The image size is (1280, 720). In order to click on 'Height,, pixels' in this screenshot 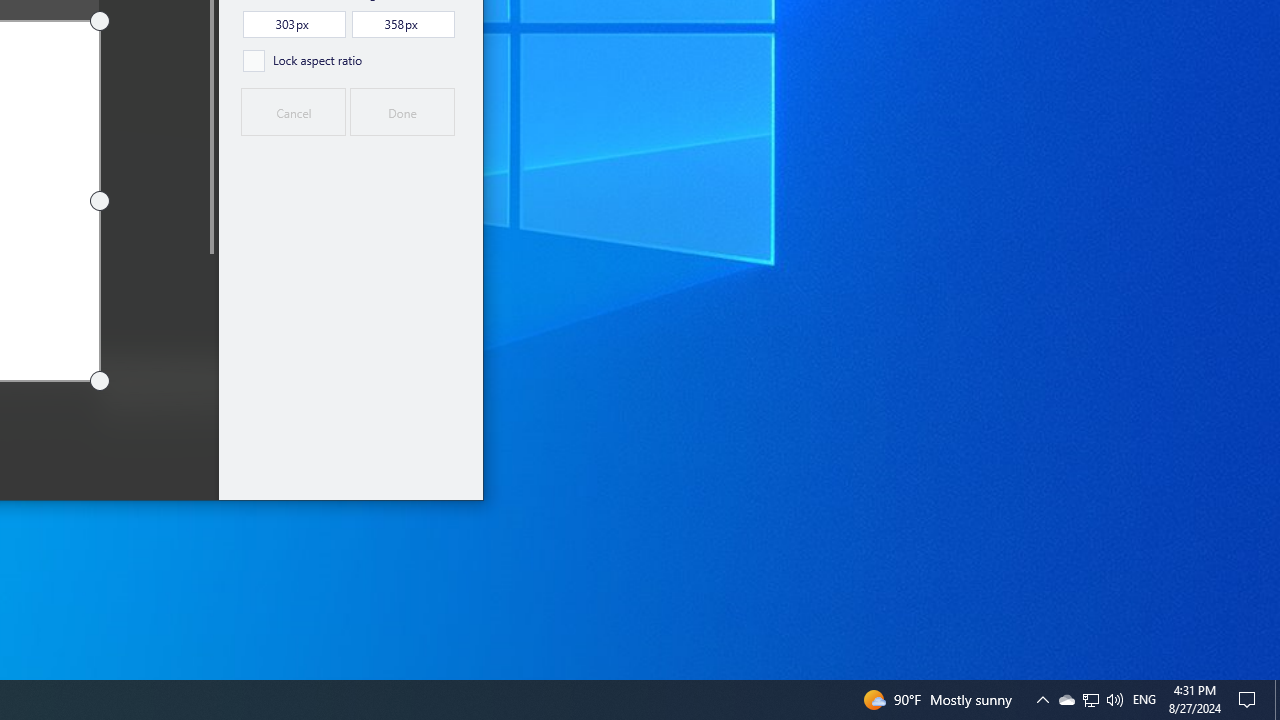, I will do `click(402, 24)`.